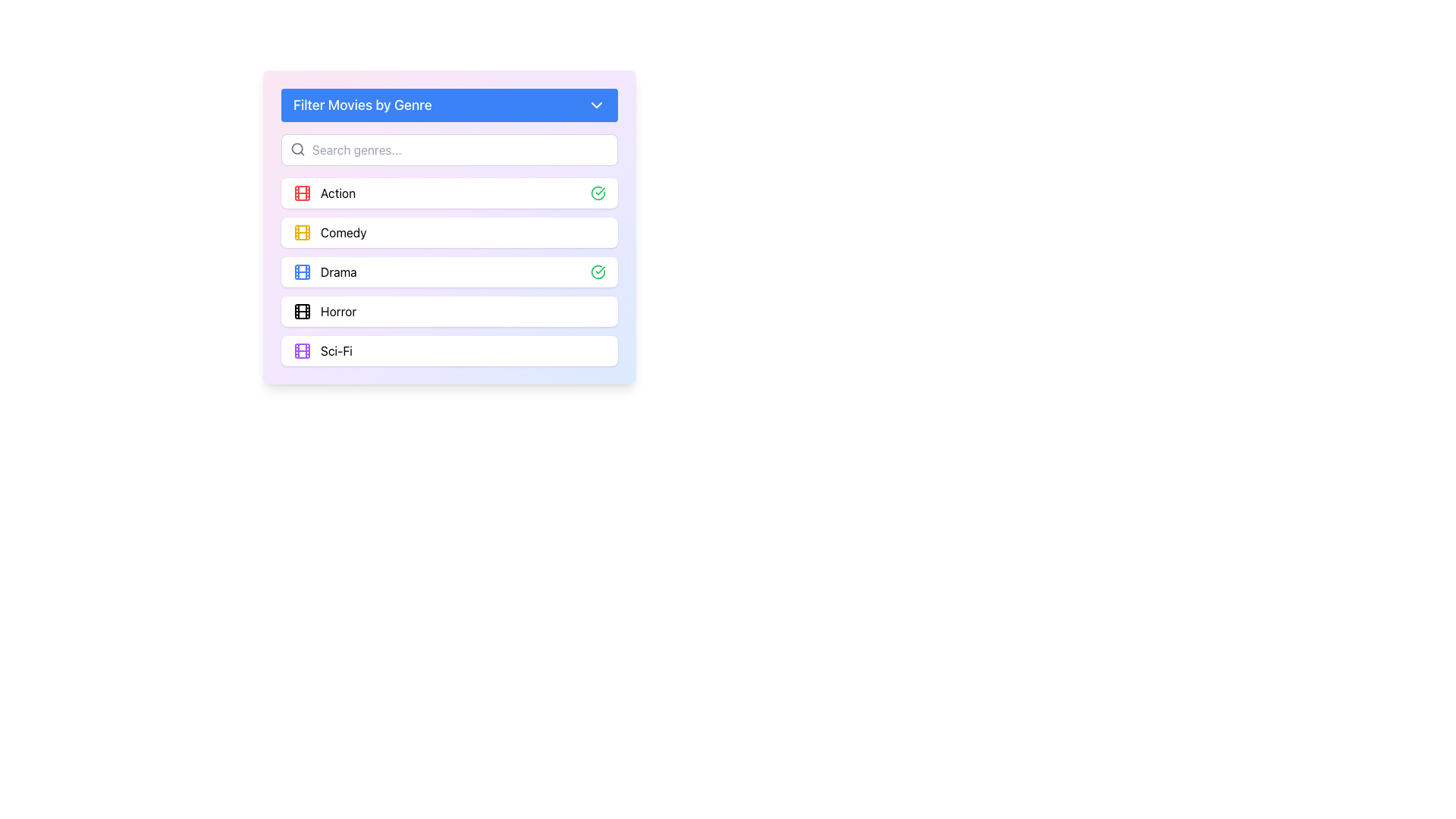 The width and height of the screenshot is (1456, 819). Describe the element at coordinates (302, 350) in the screenshot. I see `the Visual Icon Component representing the 'Action' movie genre, located near the top left part of the icon group` at that location.